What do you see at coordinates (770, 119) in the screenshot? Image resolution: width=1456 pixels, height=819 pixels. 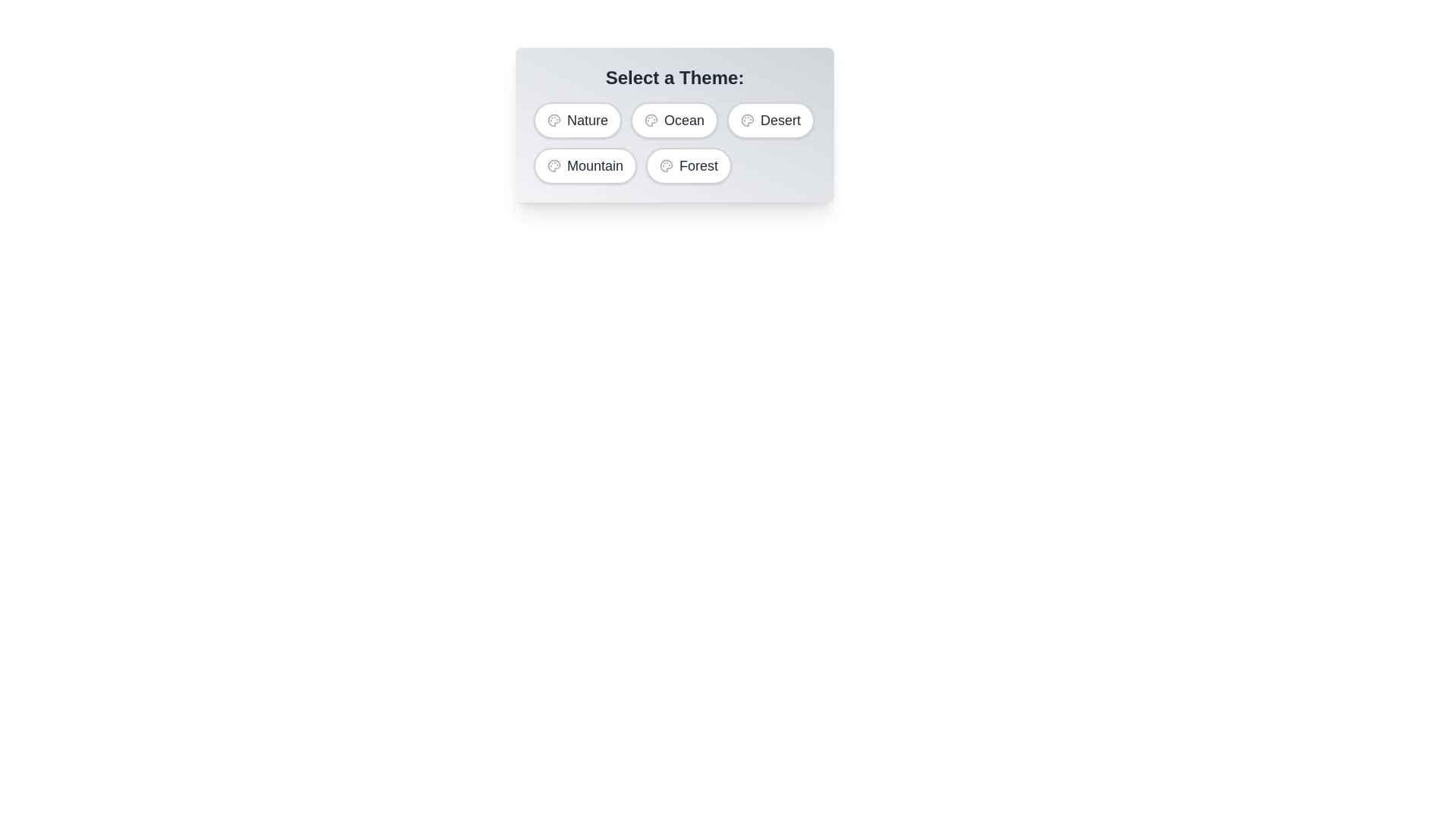 I see `the Desert button to select it` at bounding box center [770, 119].